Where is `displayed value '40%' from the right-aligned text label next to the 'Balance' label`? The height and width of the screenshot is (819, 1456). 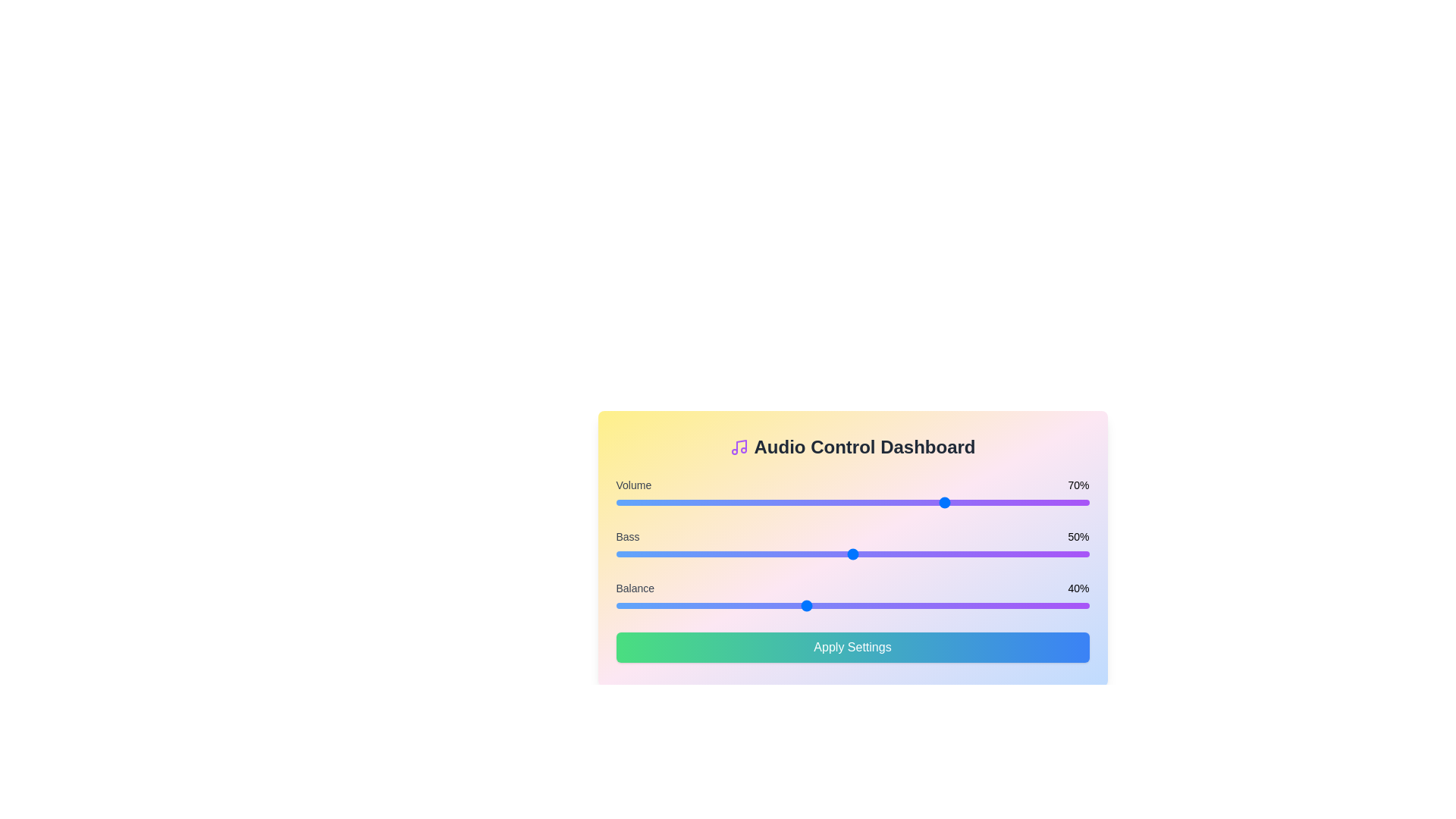
displayed value '40%' from the right-aligned text label next to the 'Balance' label is located at coordinates (1078, 587).